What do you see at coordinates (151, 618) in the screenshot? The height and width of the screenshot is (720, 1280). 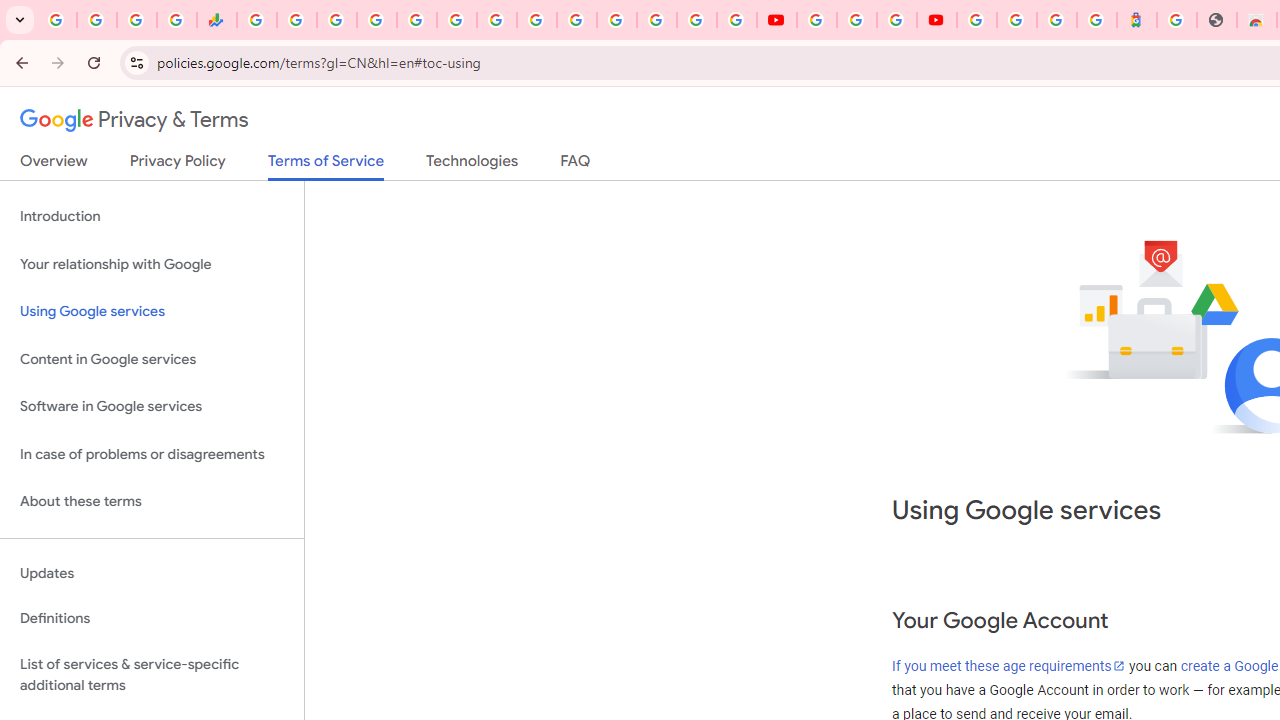 I see `'Definitions'` at bounding box center [151, 618].